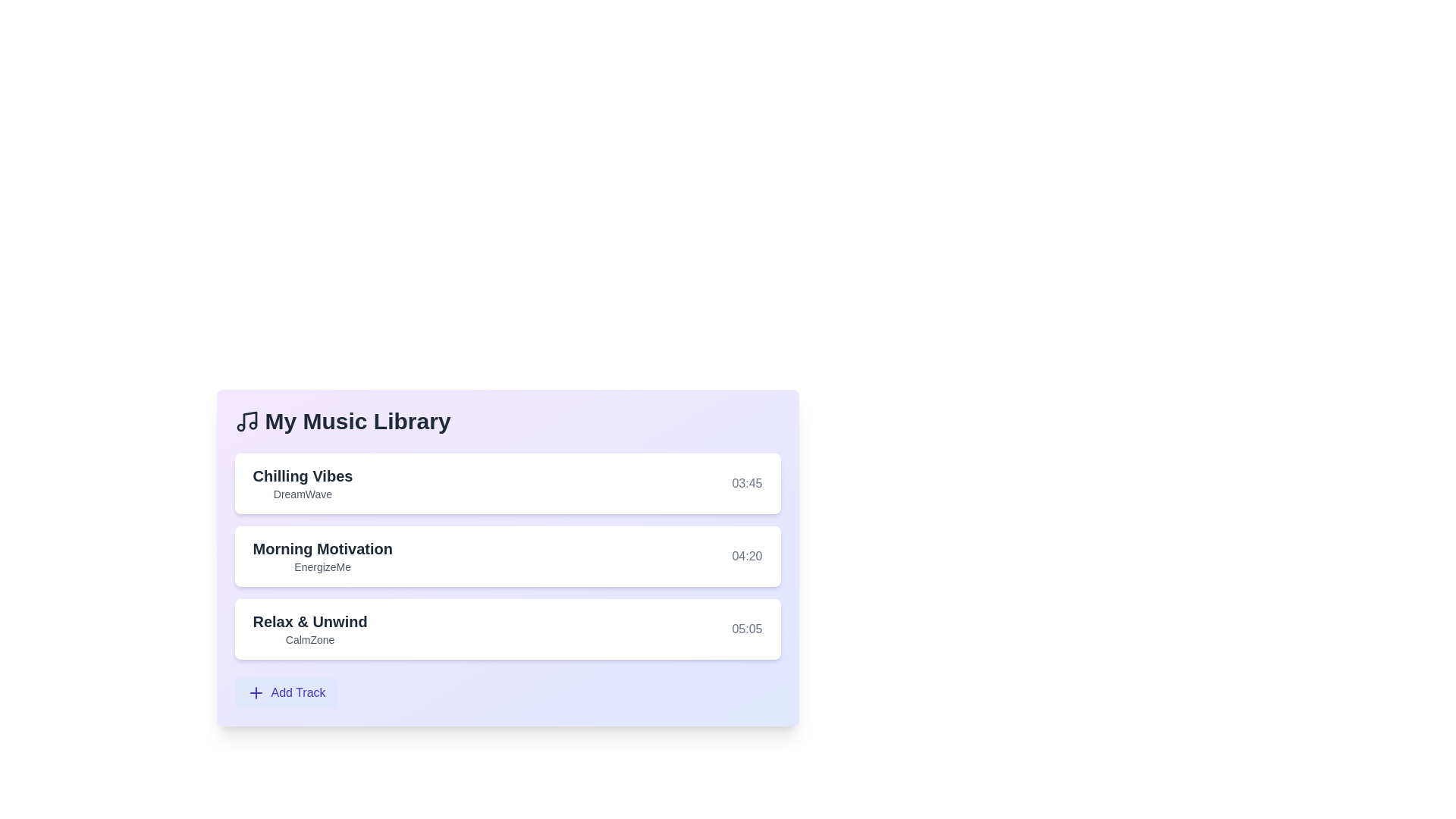 This screenshot has height=819, width=1456. What do you see at coordinates (507, 483) in the screenshot?
I see `the track titled 'Chilling Vibes' to observe the scaling effect` at bounding box center [507, 483].